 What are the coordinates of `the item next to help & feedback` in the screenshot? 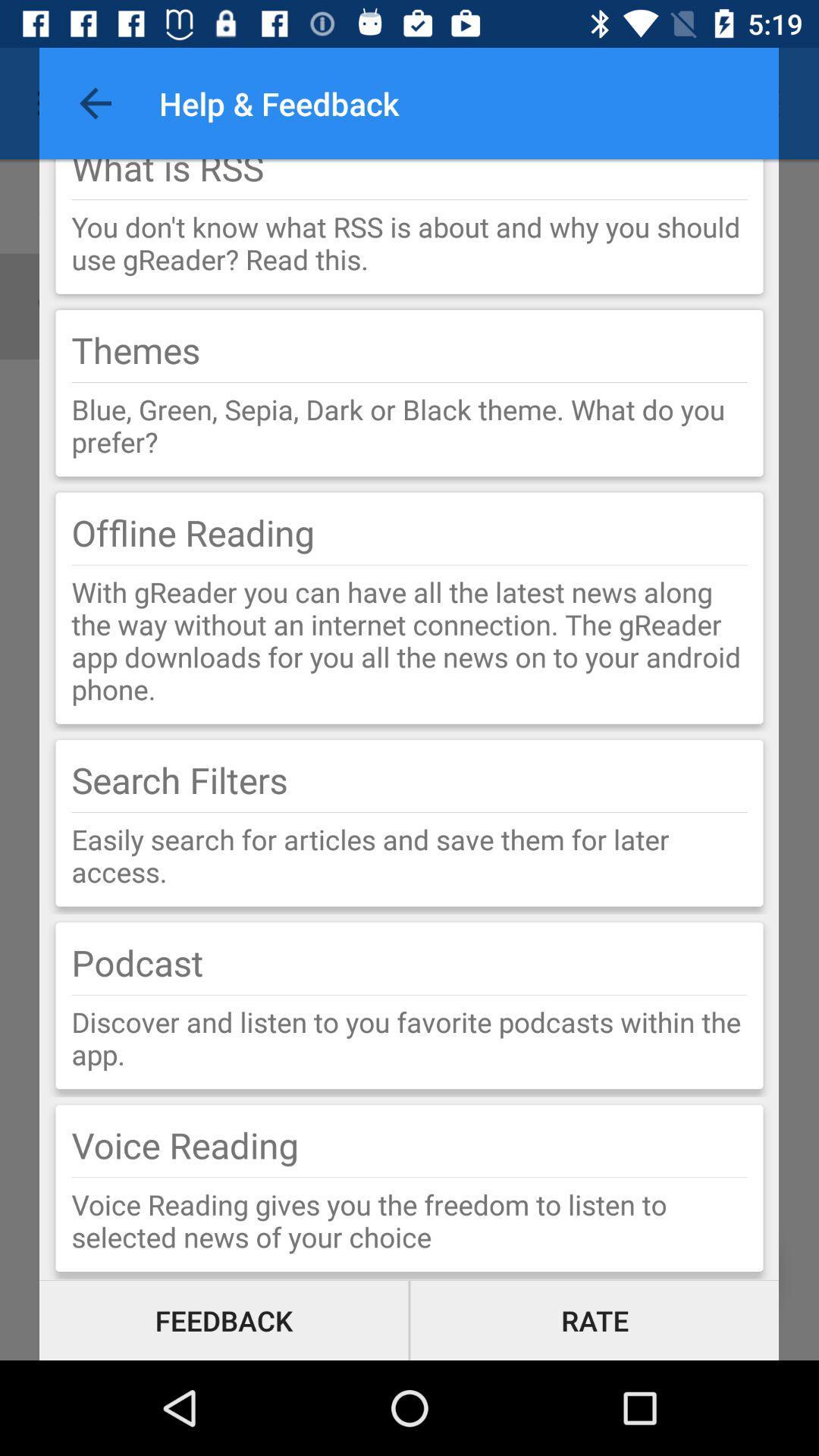 It's located at (96, 102).